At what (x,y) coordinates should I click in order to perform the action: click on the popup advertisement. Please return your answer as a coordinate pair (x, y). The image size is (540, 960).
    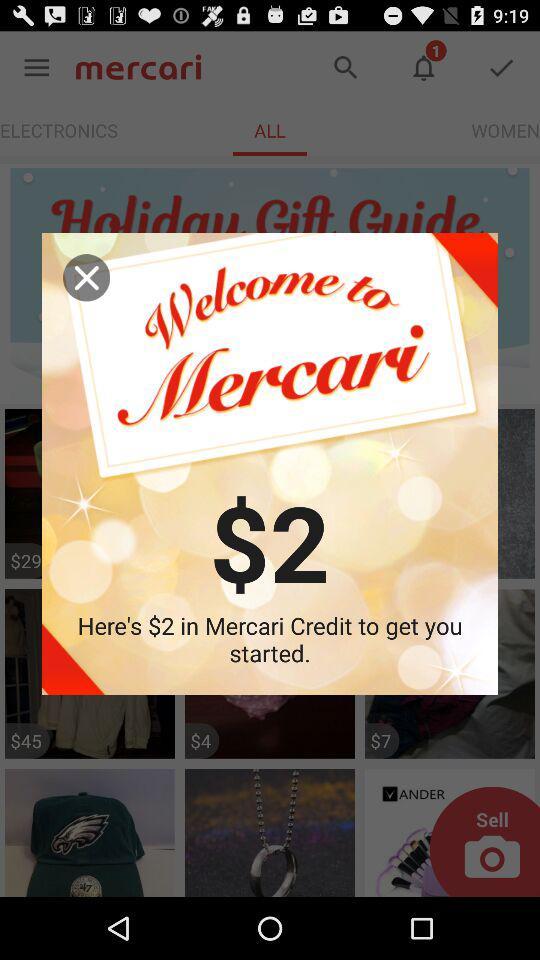
    Looking at the image, I should click on (85, 276).